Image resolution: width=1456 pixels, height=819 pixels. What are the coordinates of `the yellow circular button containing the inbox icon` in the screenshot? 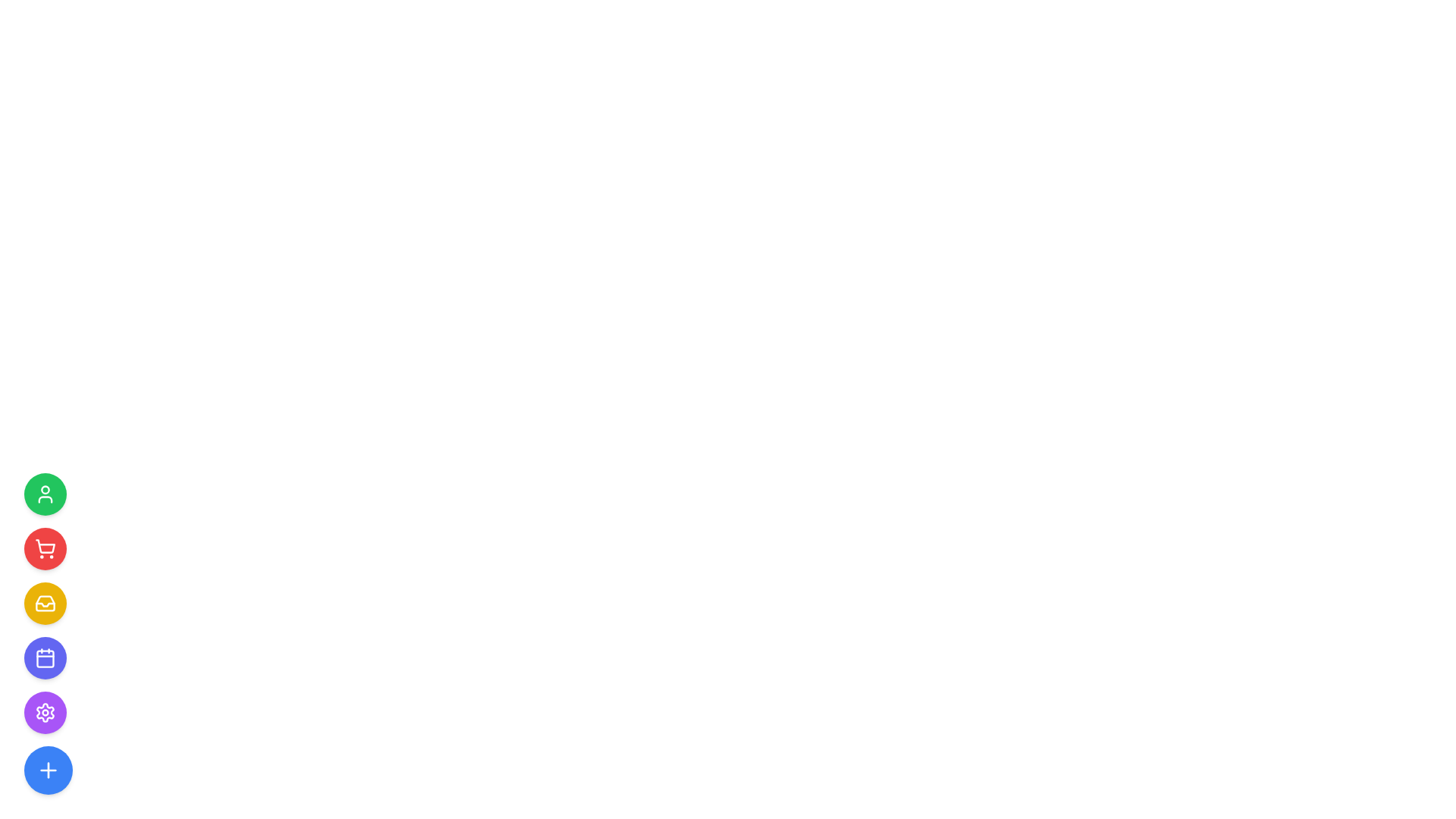 It's located at (44, 602).